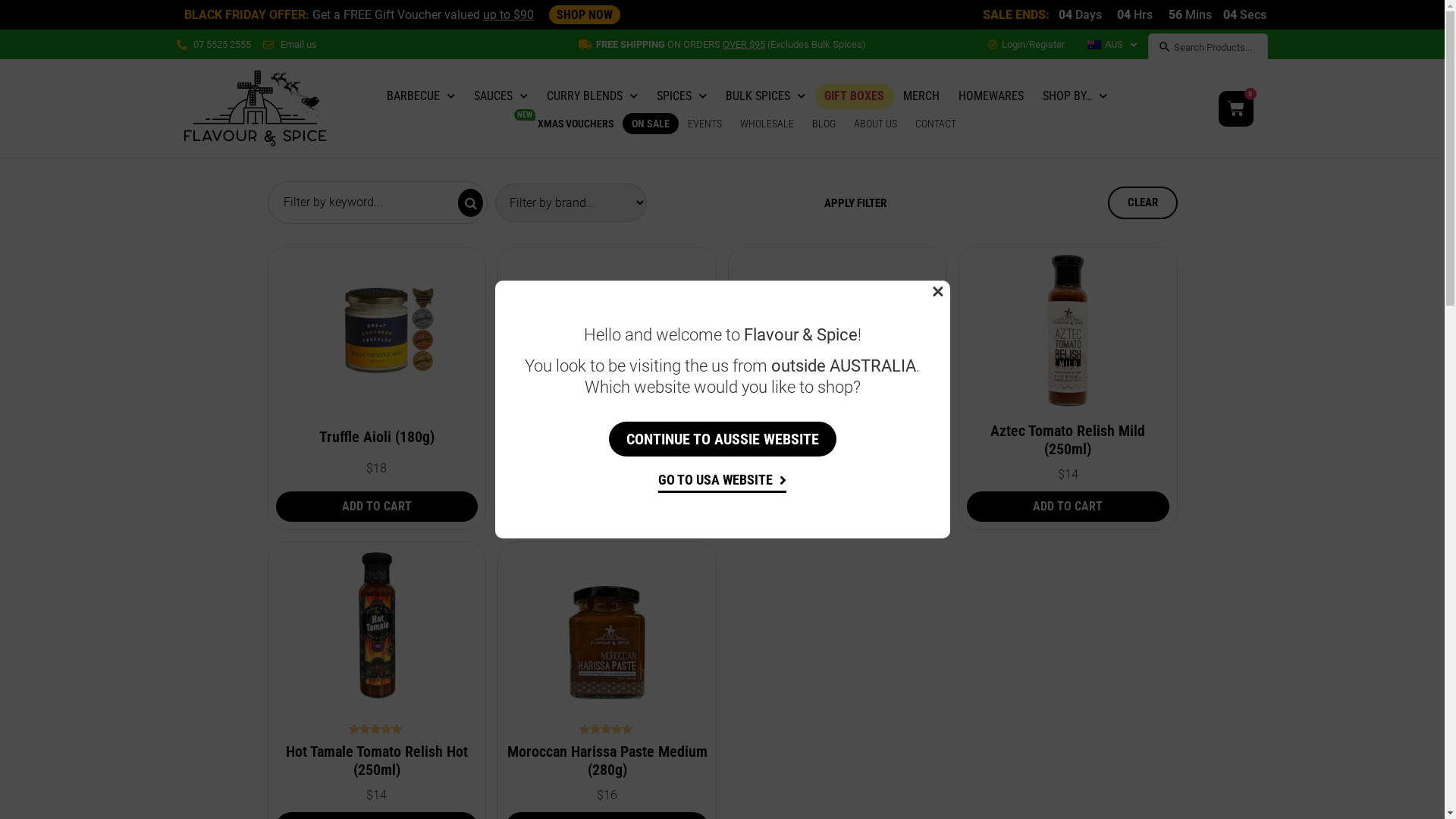  I want to click on 'SHOP NOW', so click(584, 14).